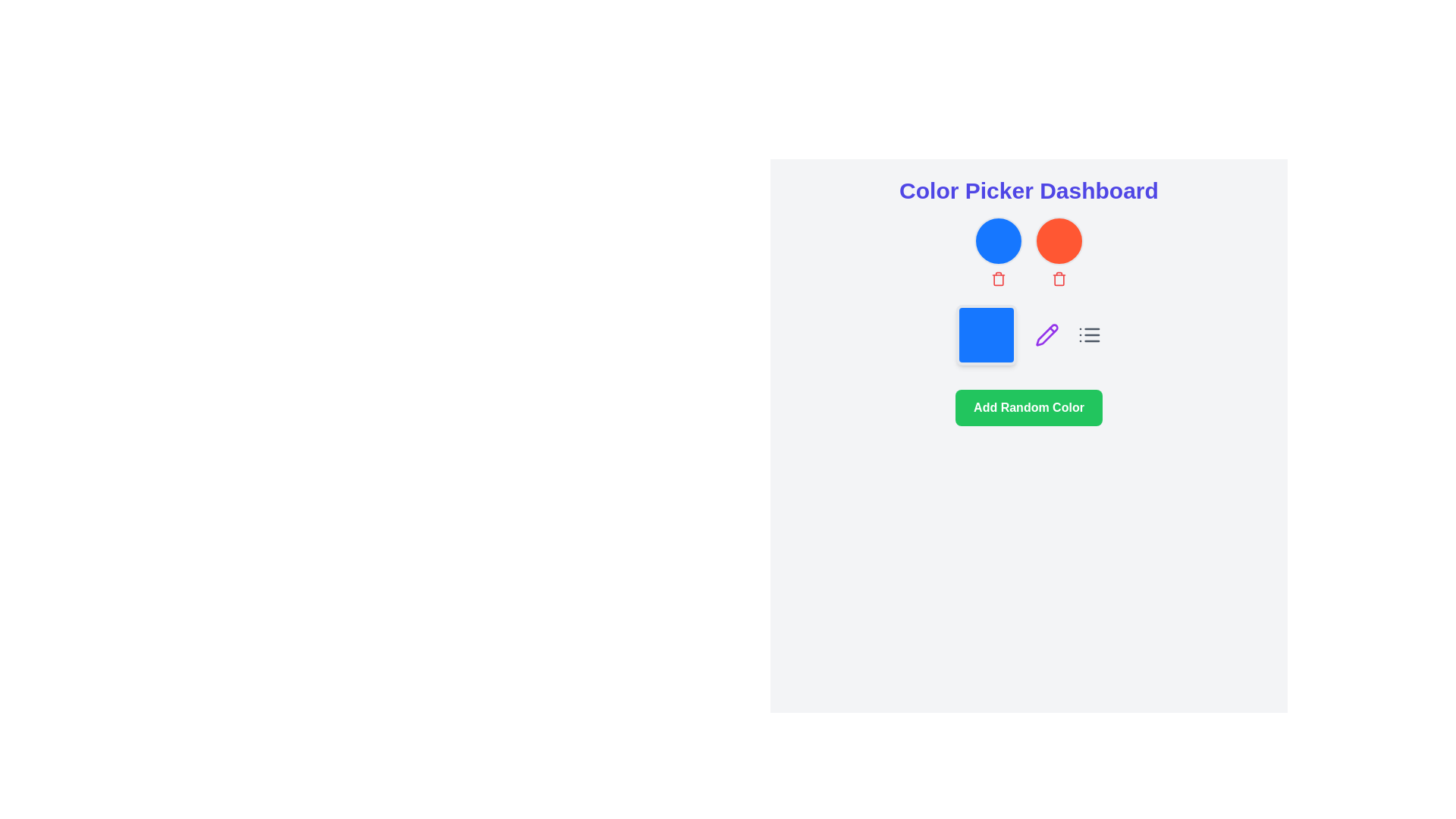 This screenshot has width=1456, height=819. Describe the element at coordinates (1058, 280) in the screenshot. I see `the main body of the trash bin icon, which represents the storage section of the bin` at that location.